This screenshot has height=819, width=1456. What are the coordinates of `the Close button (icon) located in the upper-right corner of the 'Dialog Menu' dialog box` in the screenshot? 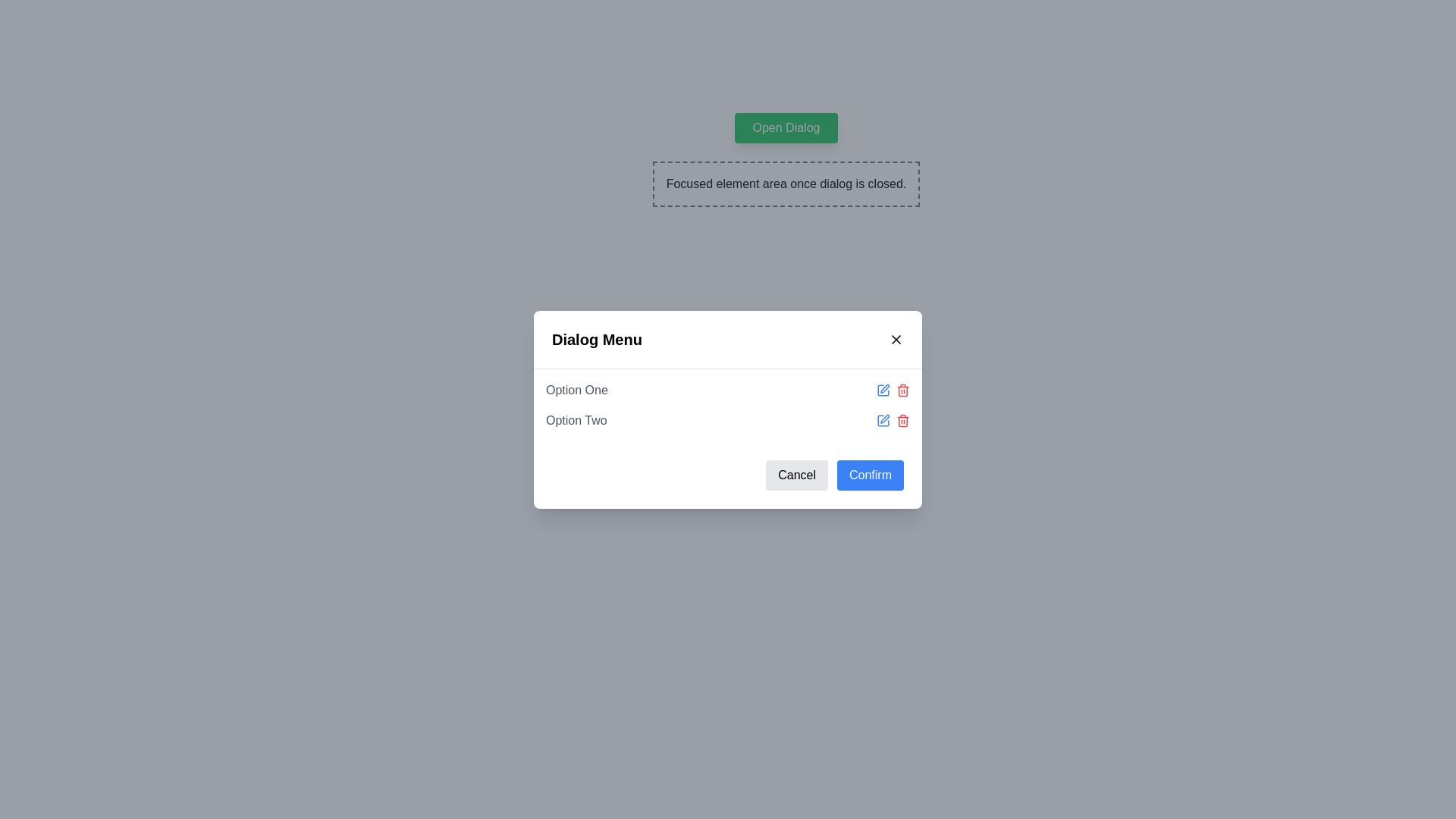 It's located at (896, 338).